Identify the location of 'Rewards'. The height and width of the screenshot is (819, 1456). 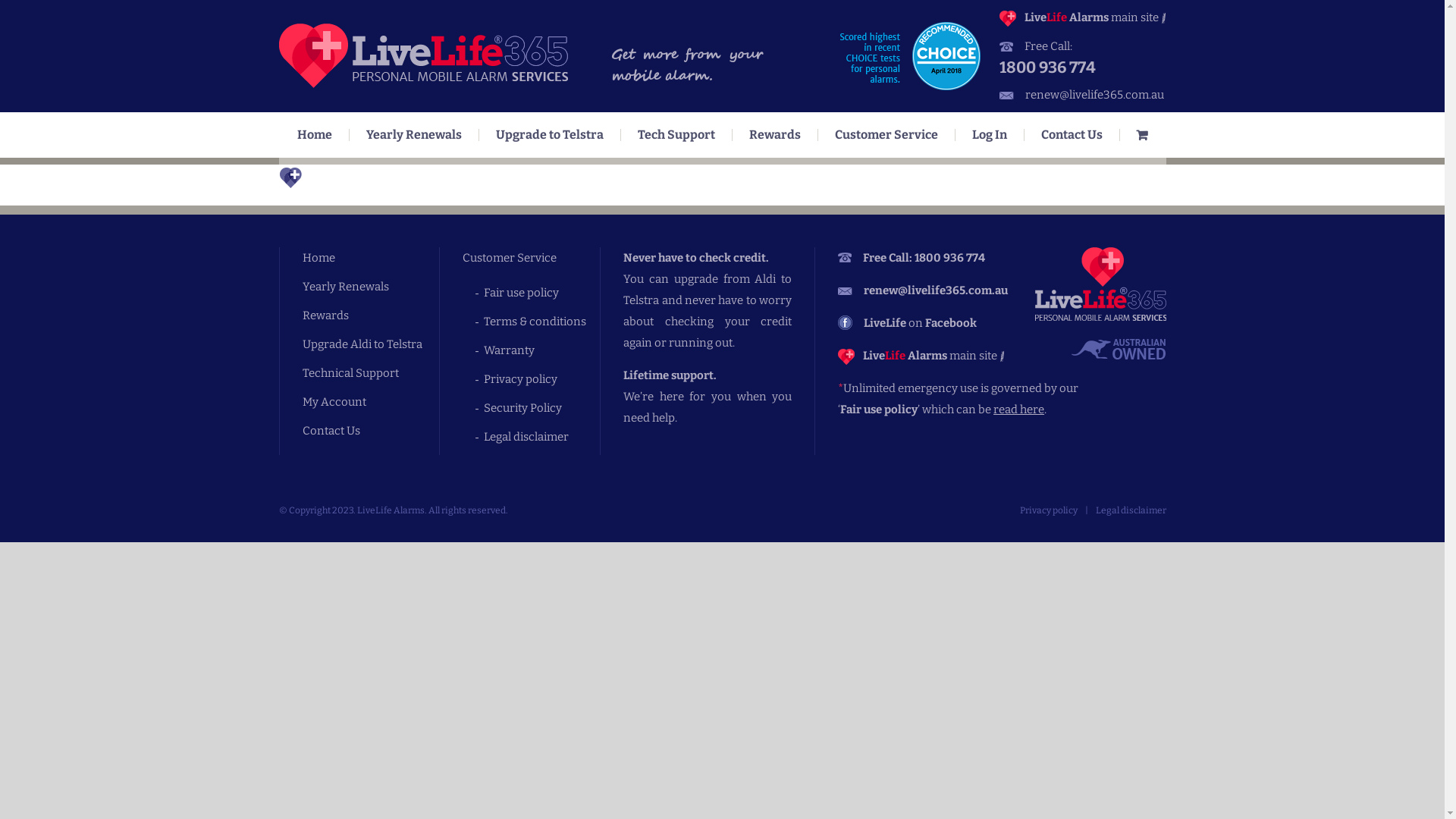
(370, 315).